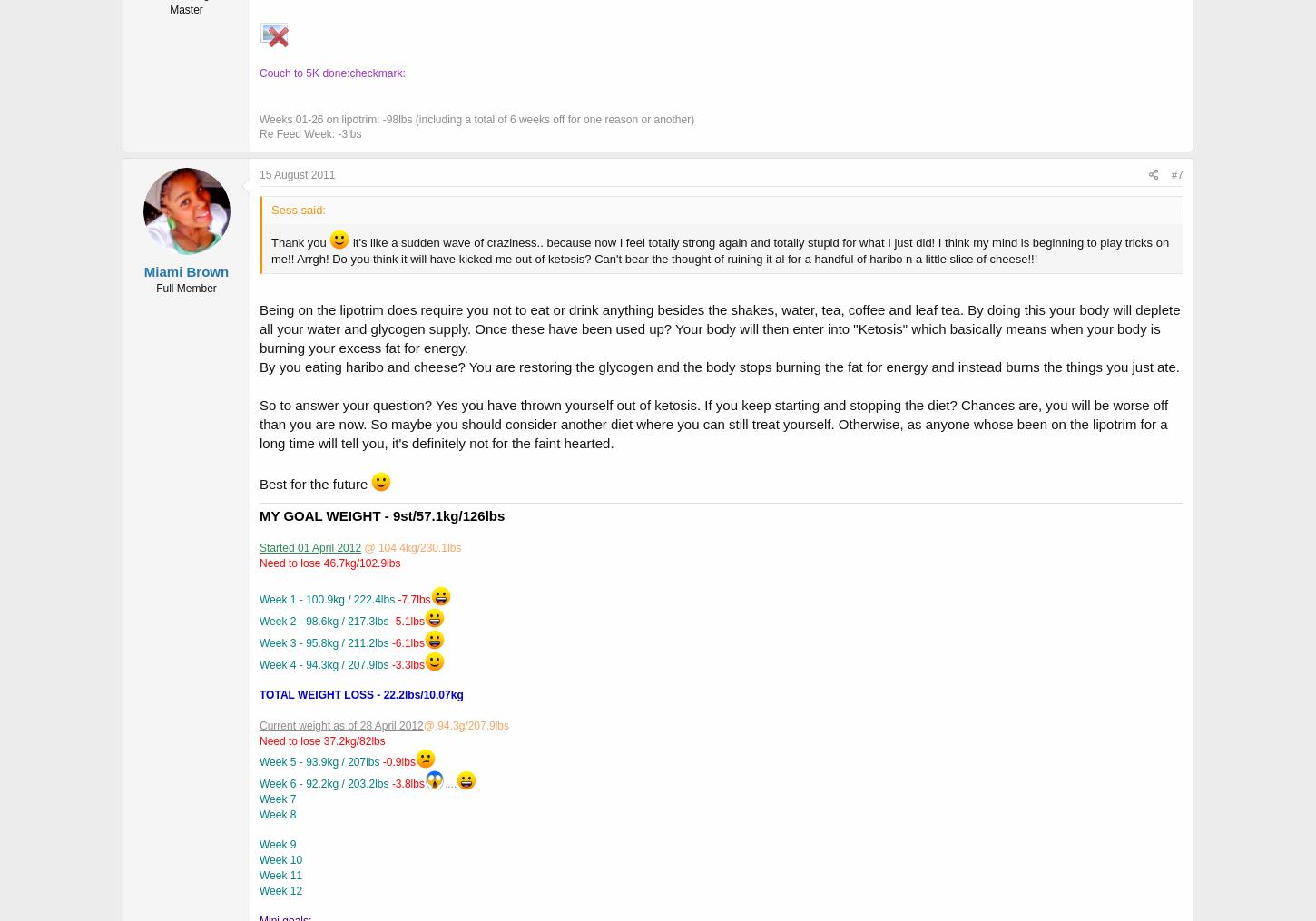  I want to click on '#7', so click(1171, 173).